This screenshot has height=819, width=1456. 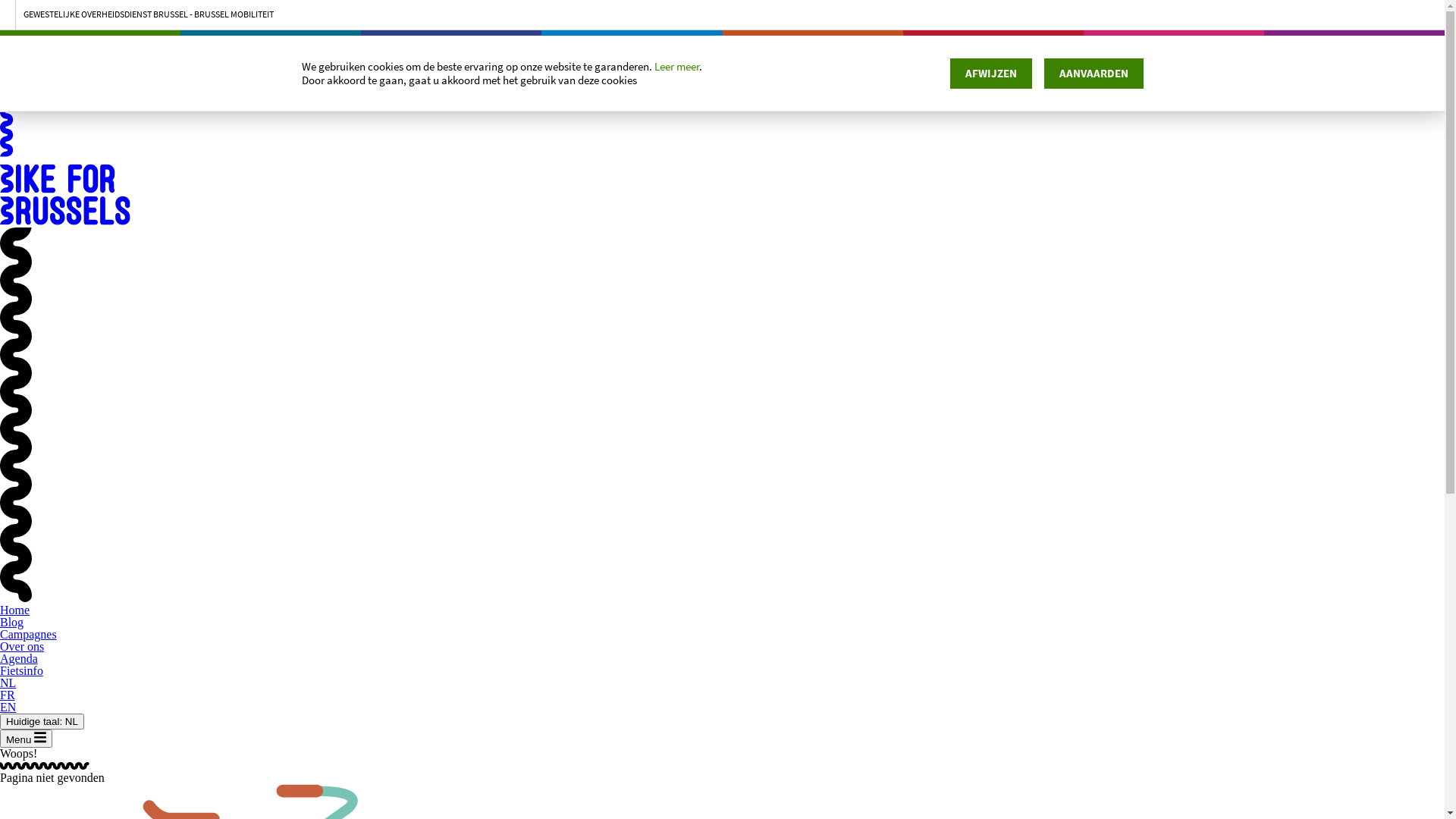 I want to click on 'AANVAARDEN', so click(x=1093, y=73).